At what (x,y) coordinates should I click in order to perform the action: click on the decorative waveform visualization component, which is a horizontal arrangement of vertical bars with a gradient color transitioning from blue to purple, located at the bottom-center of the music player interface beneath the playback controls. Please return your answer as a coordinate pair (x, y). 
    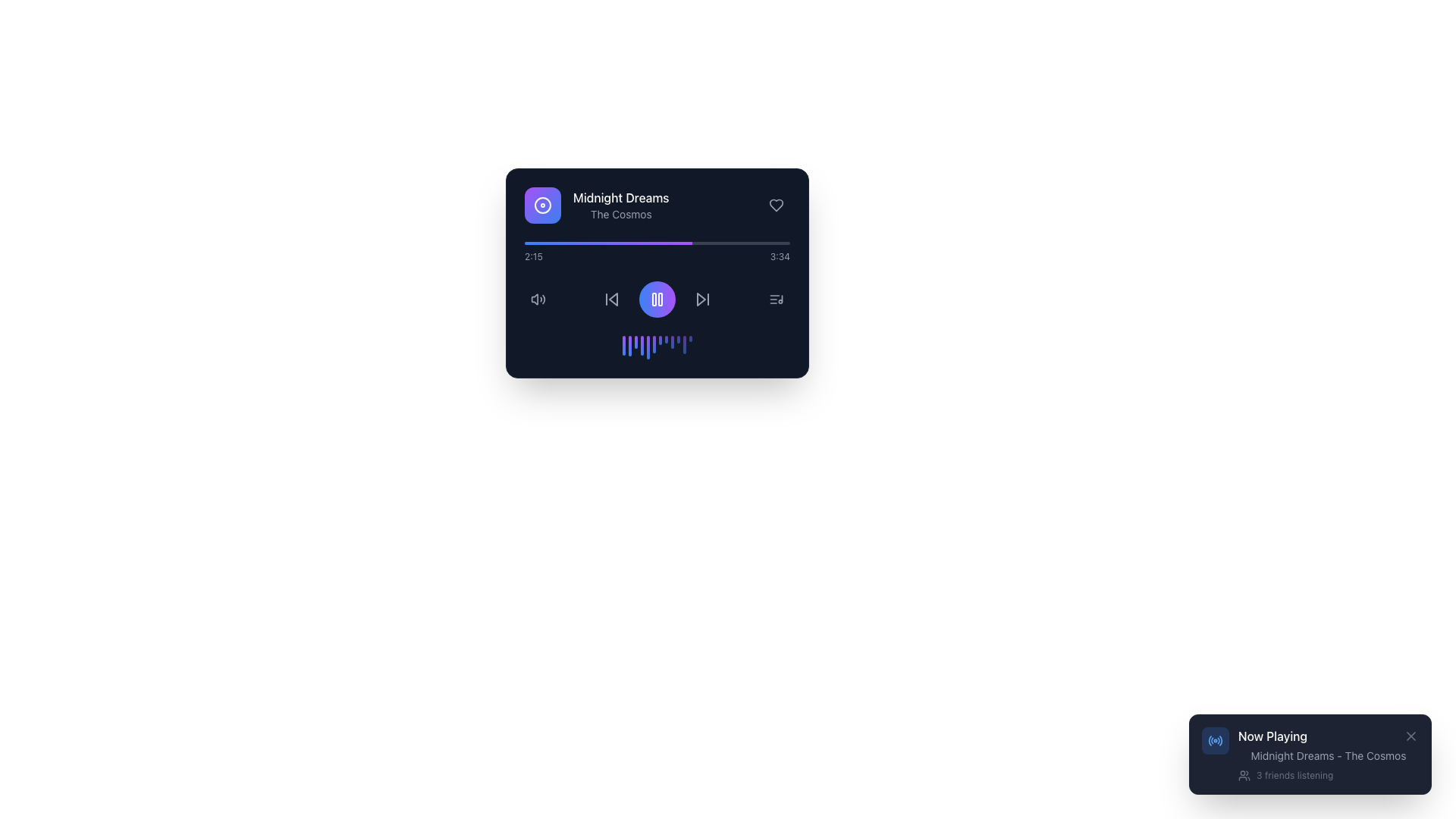
    Looking at the image, I should click on (657, 347).